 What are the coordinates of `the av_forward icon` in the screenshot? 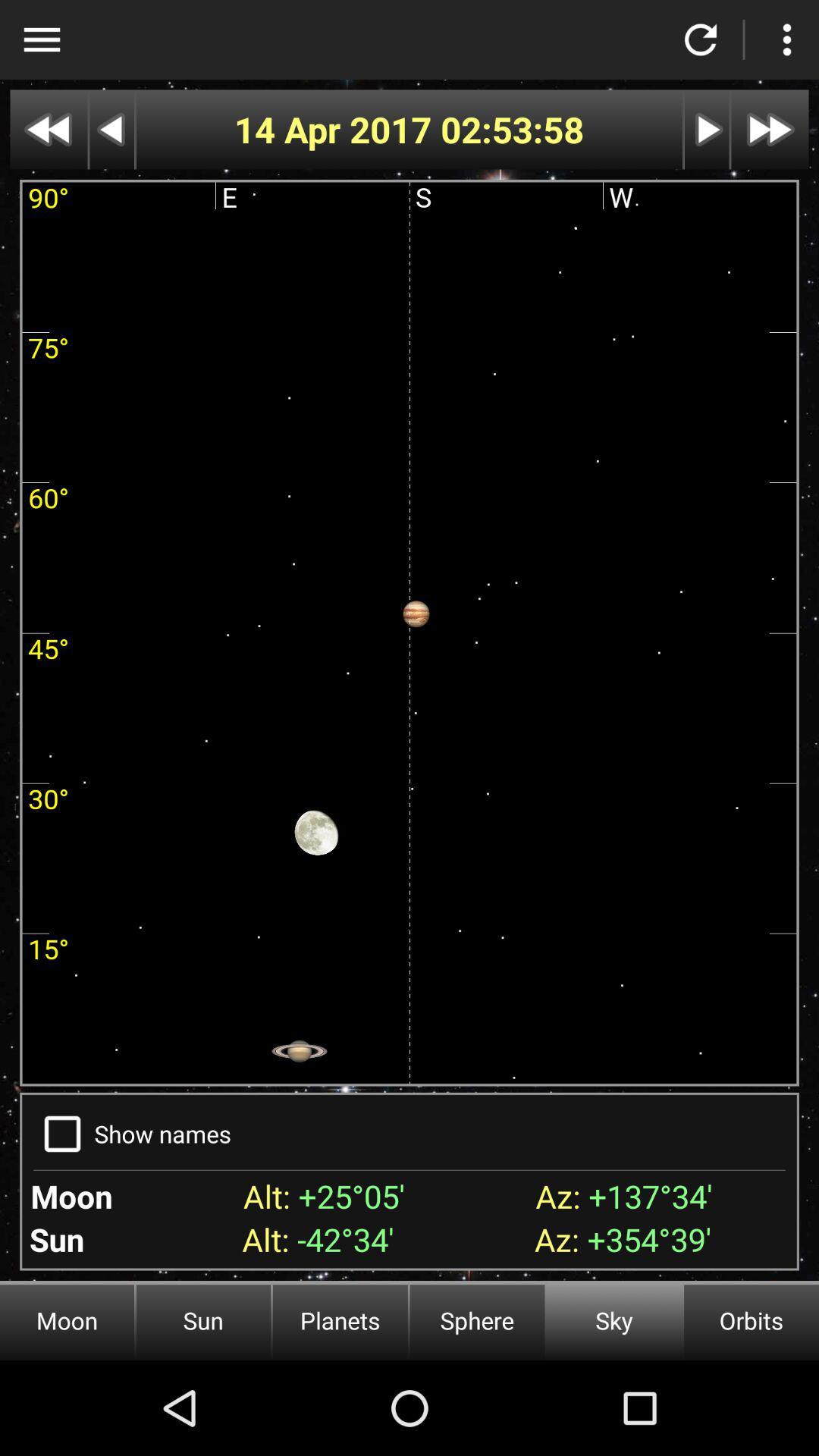 It's located at (770, 130).